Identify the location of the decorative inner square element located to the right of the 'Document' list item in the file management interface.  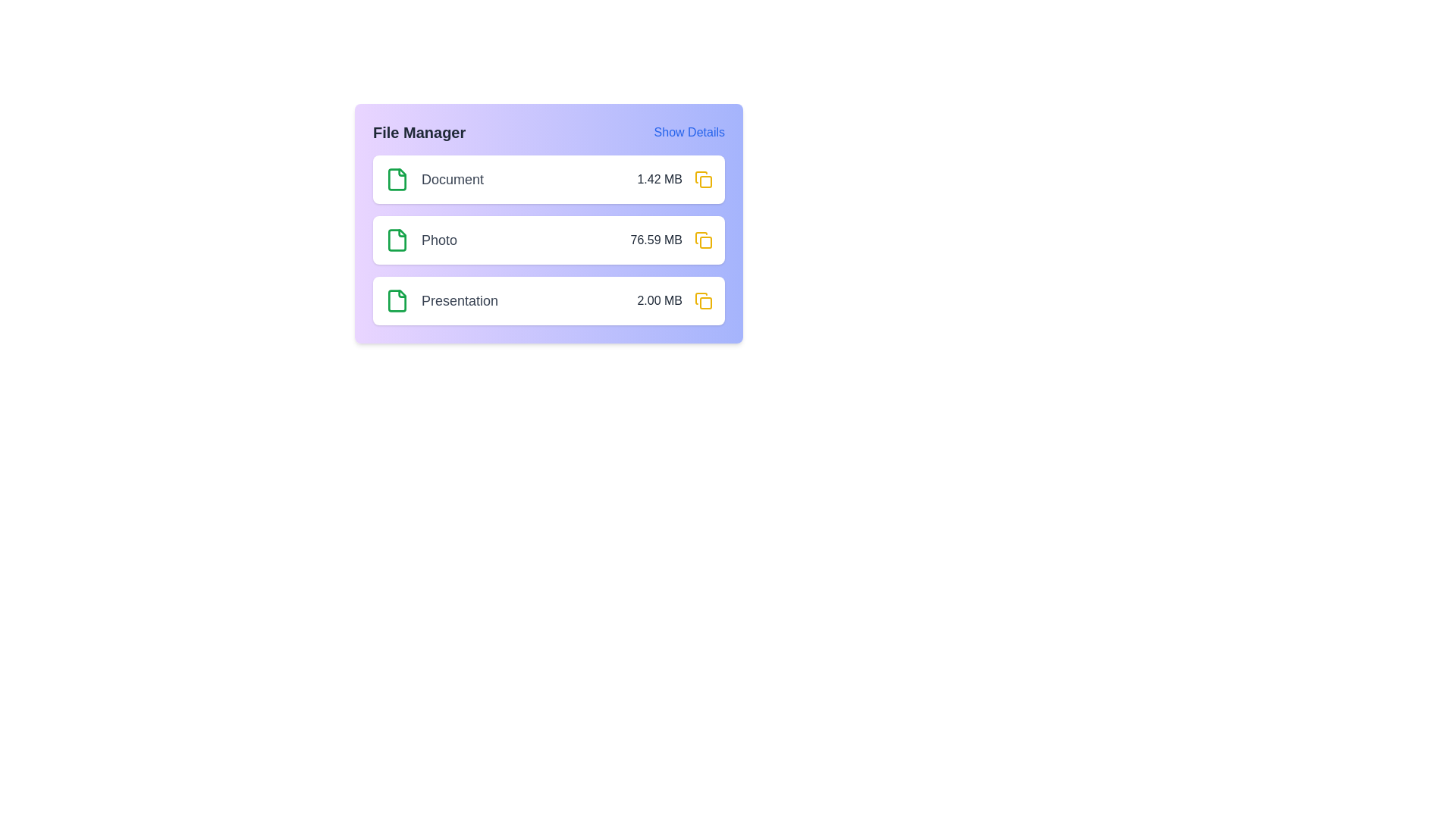
(705, 180).